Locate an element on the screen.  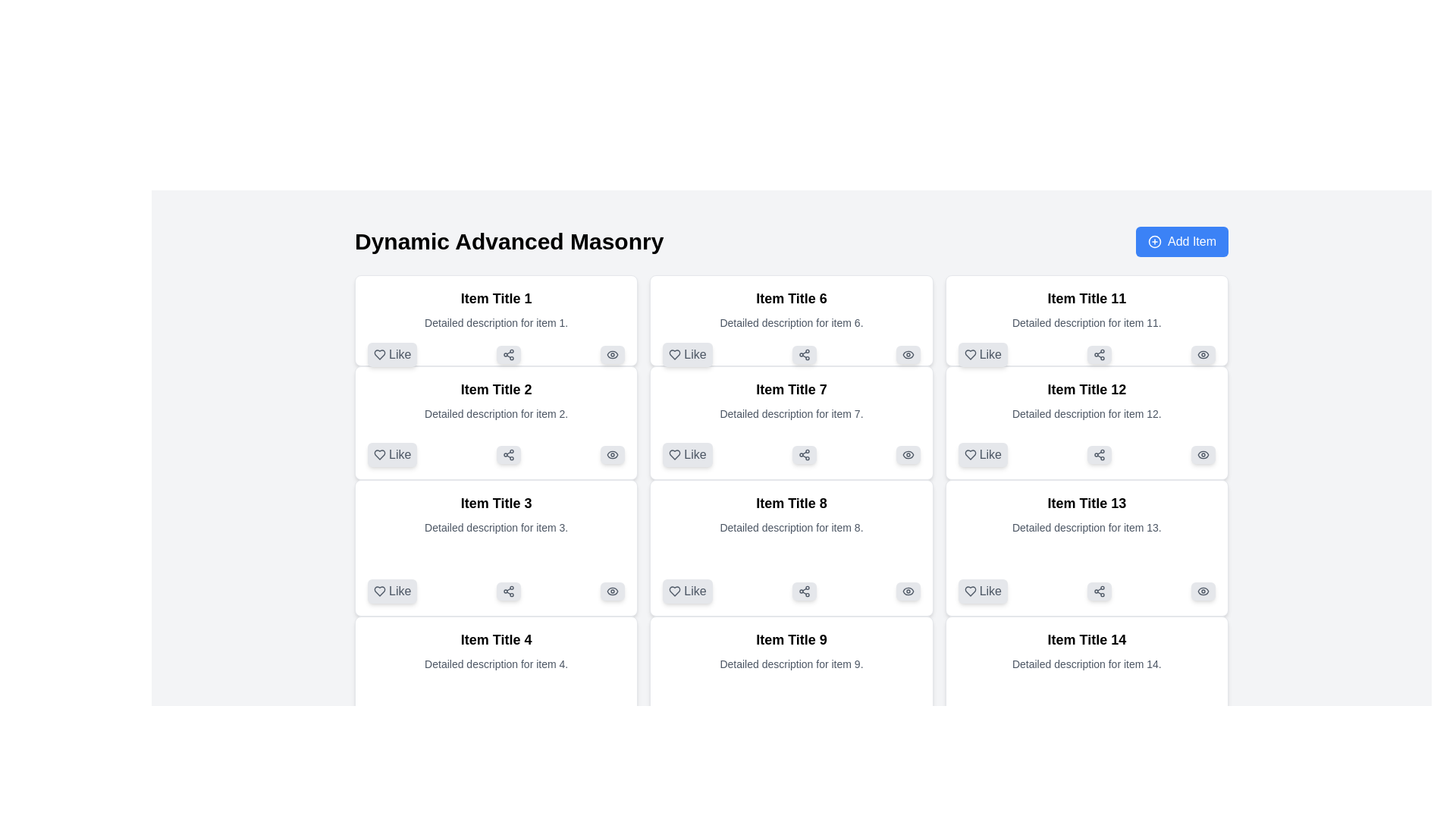
the small rounded gray button with an eye icon located in the card titled 'Item Title 12' is located at coordinates (1203, 454).